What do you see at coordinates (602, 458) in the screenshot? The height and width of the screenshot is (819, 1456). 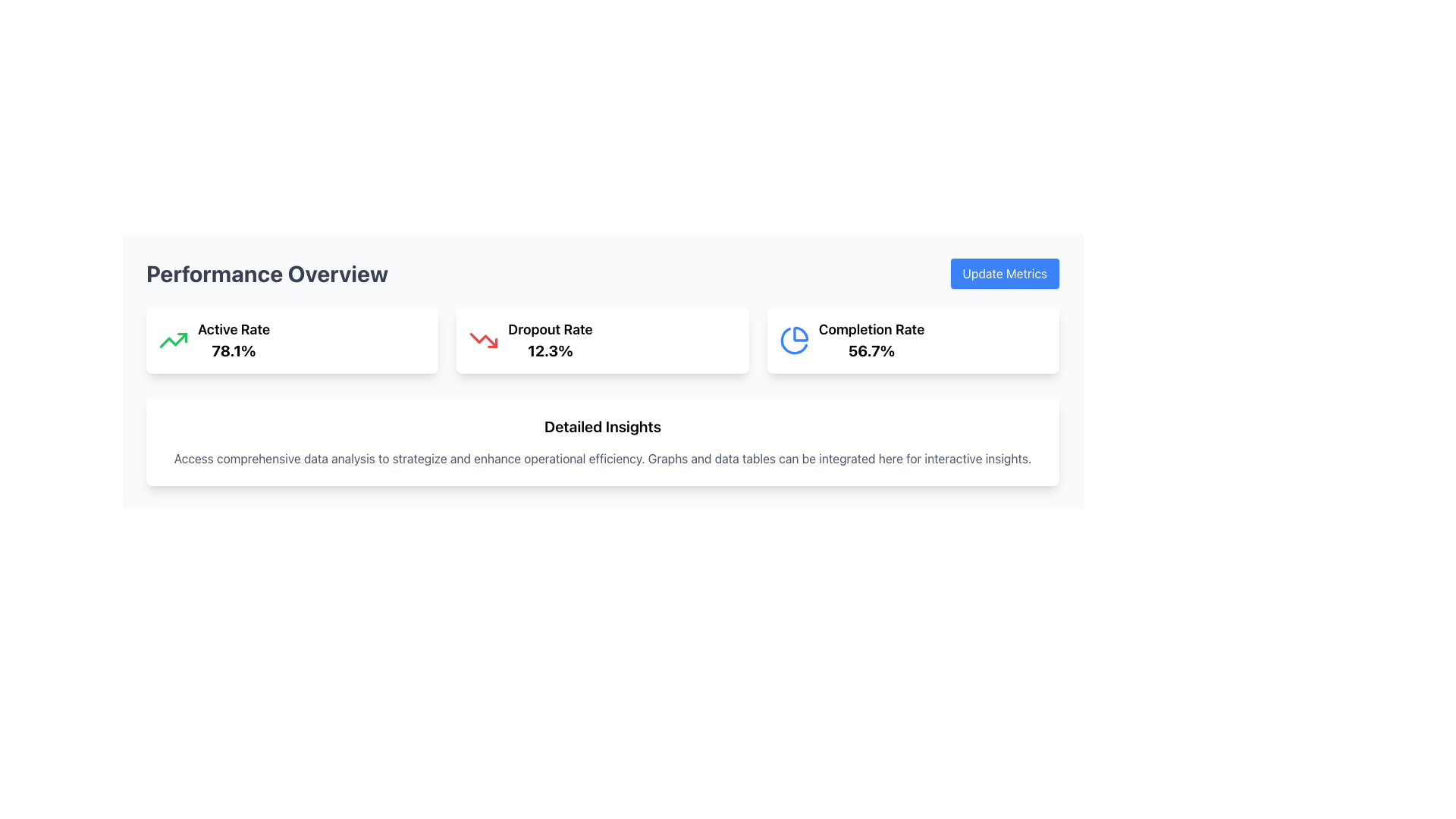 I see `the informative text content located below the 'Detailed Insights' title, which provides users with an understanding of the application's data analysis capabilities` at bounding box center [602, 458].